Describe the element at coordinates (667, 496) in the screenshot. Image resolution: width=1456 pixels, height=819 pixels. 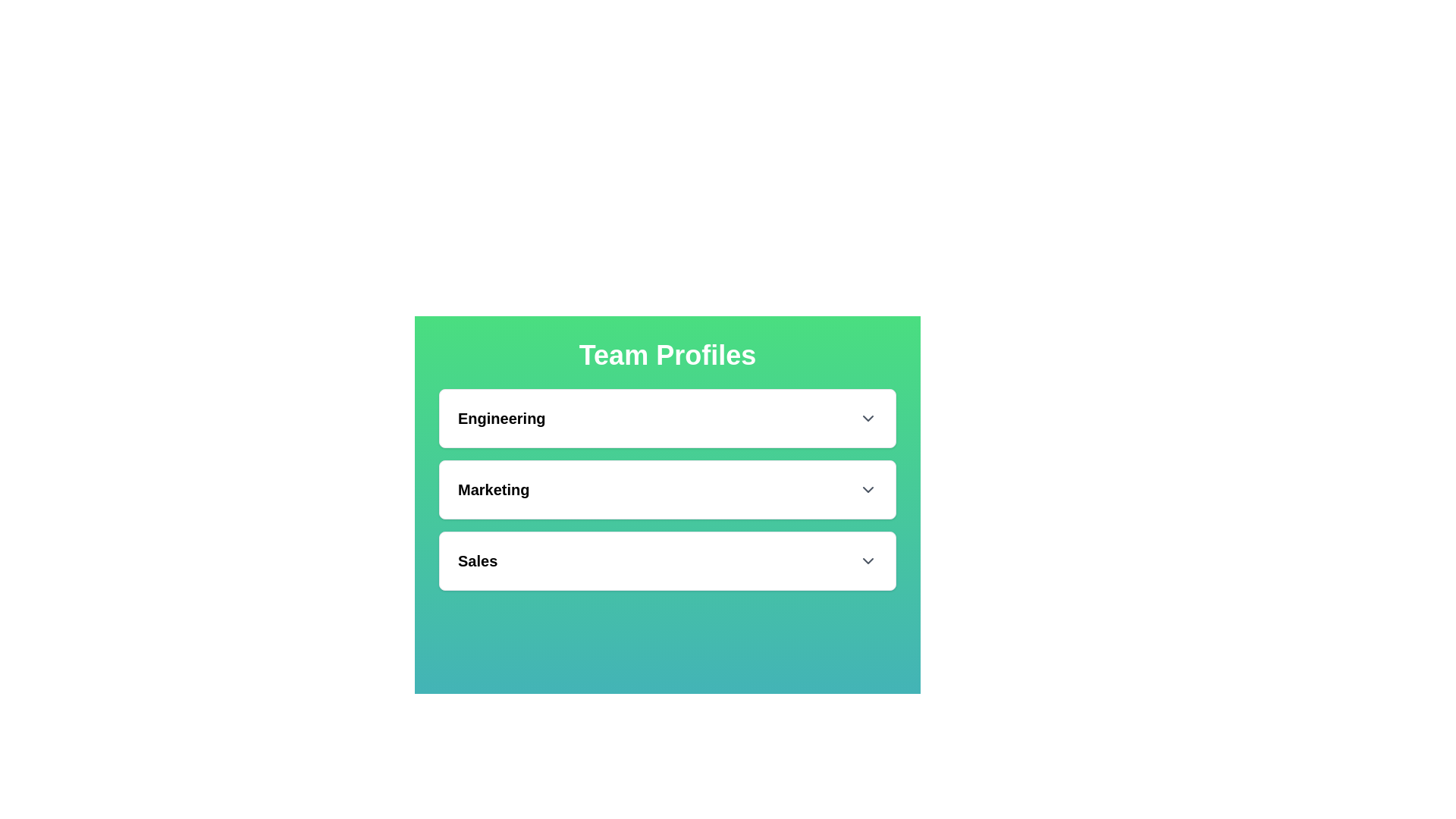
I see `the second dropdown option for the 'Marketing' team located in the 'Team Profiles' section` at that location.